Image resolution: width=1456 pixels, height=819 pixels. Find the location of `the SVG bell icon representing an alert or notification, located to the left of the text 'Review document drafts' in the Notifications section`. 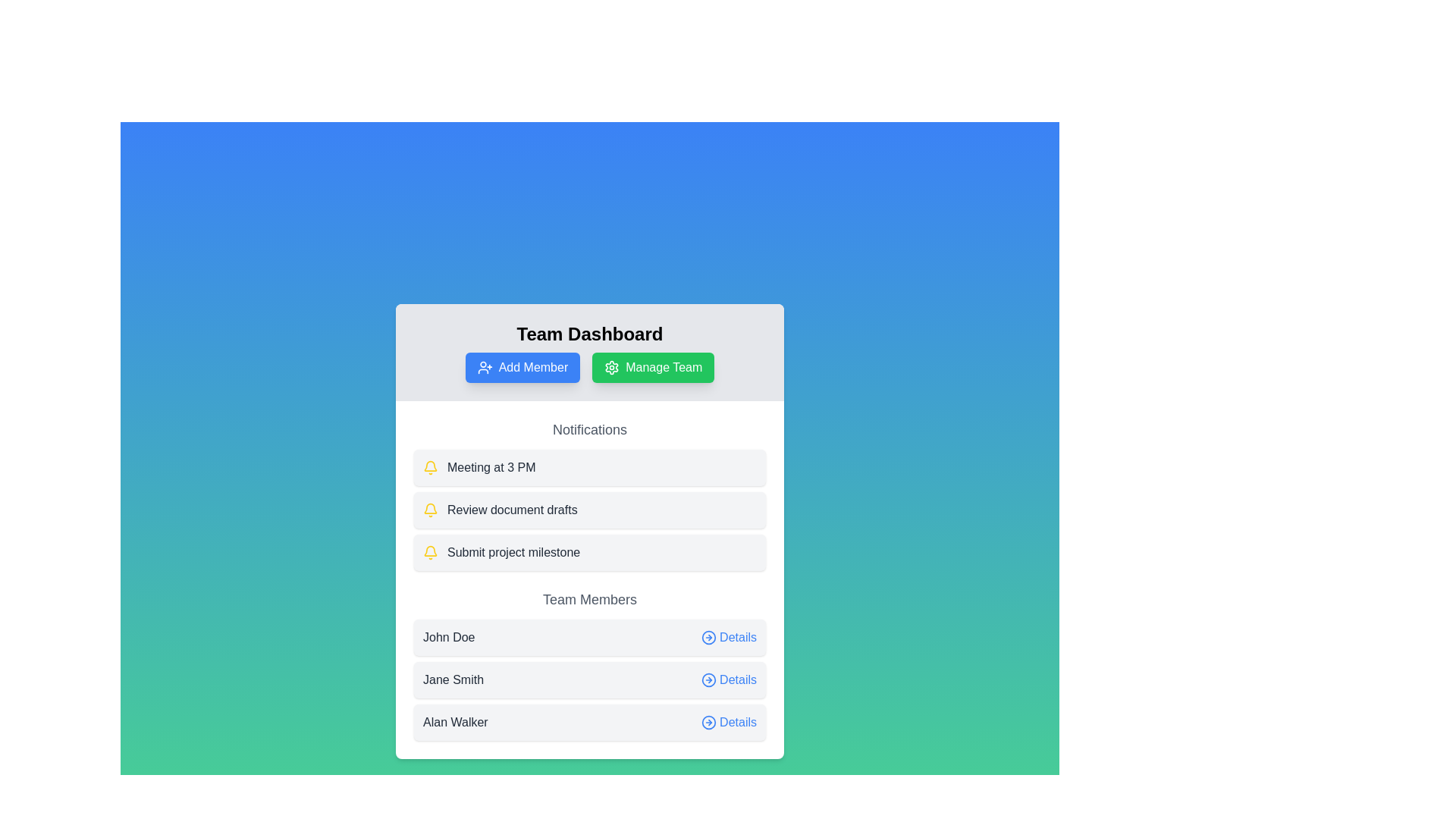

the SVG bell icon representing an alert or notification, located to the left of the text 'Review document drafts' in the Notifications section is located at coordinates (429, 510).